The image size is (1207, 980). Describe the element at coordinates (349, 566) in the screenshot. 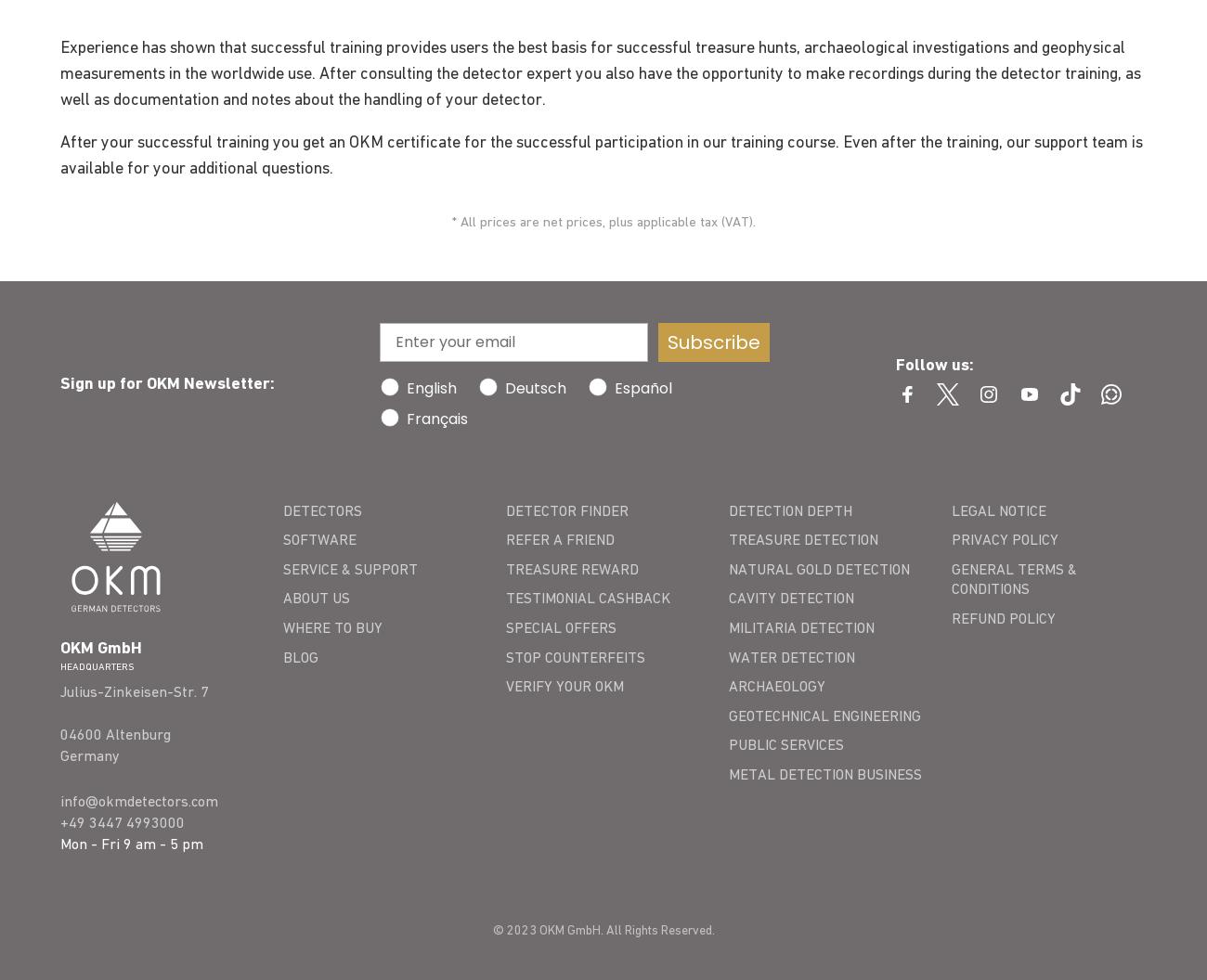

I see `'SERVICE & SUPPORT'` at that location.